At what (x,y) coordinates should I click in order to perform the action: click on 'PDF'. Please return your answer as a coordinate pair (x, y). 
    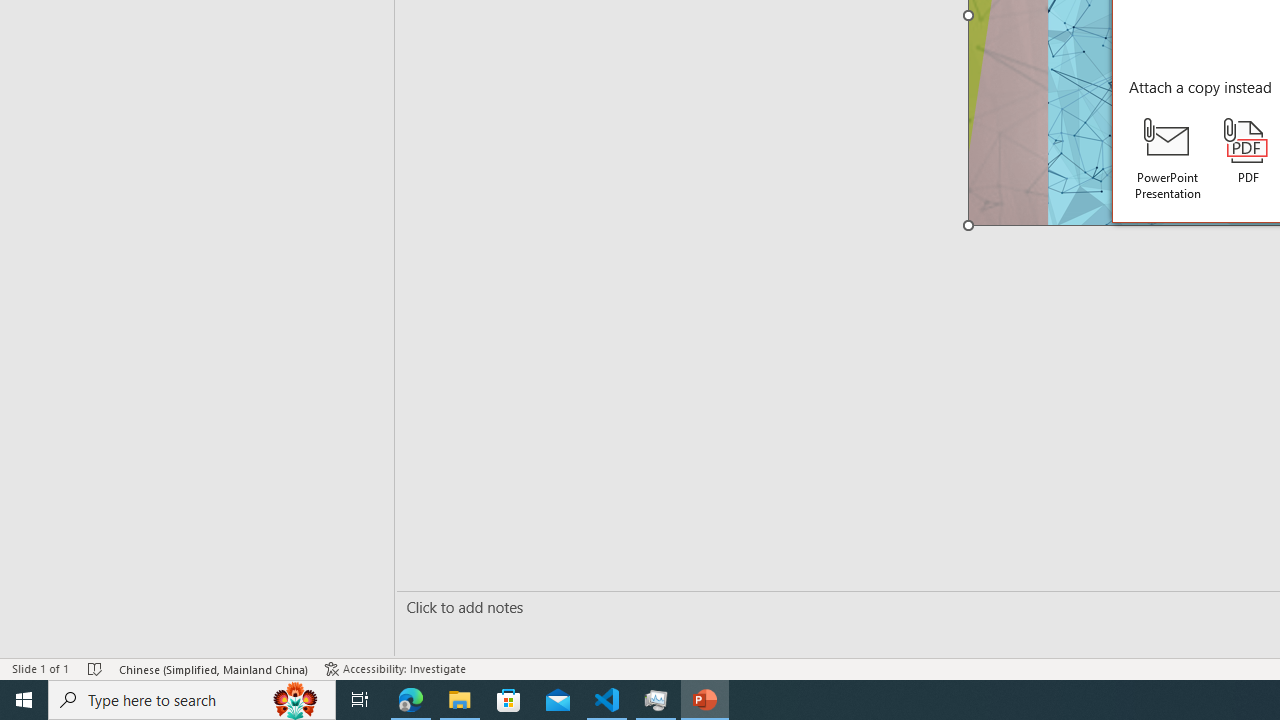
    Looking at the image, I should click on (1247, 150).